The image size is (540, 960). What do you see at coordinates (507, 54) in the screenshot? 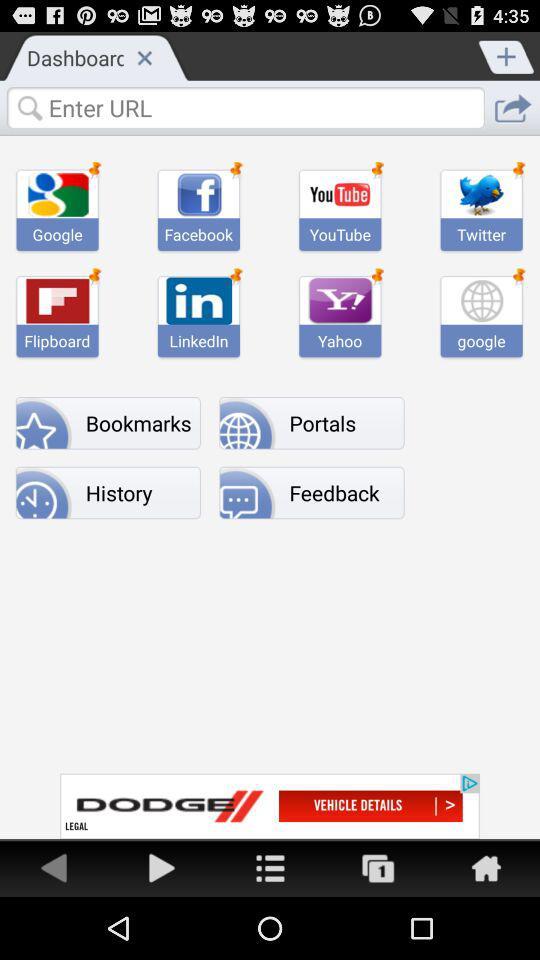
I see `open new tab` at bounding box center [507, 54].